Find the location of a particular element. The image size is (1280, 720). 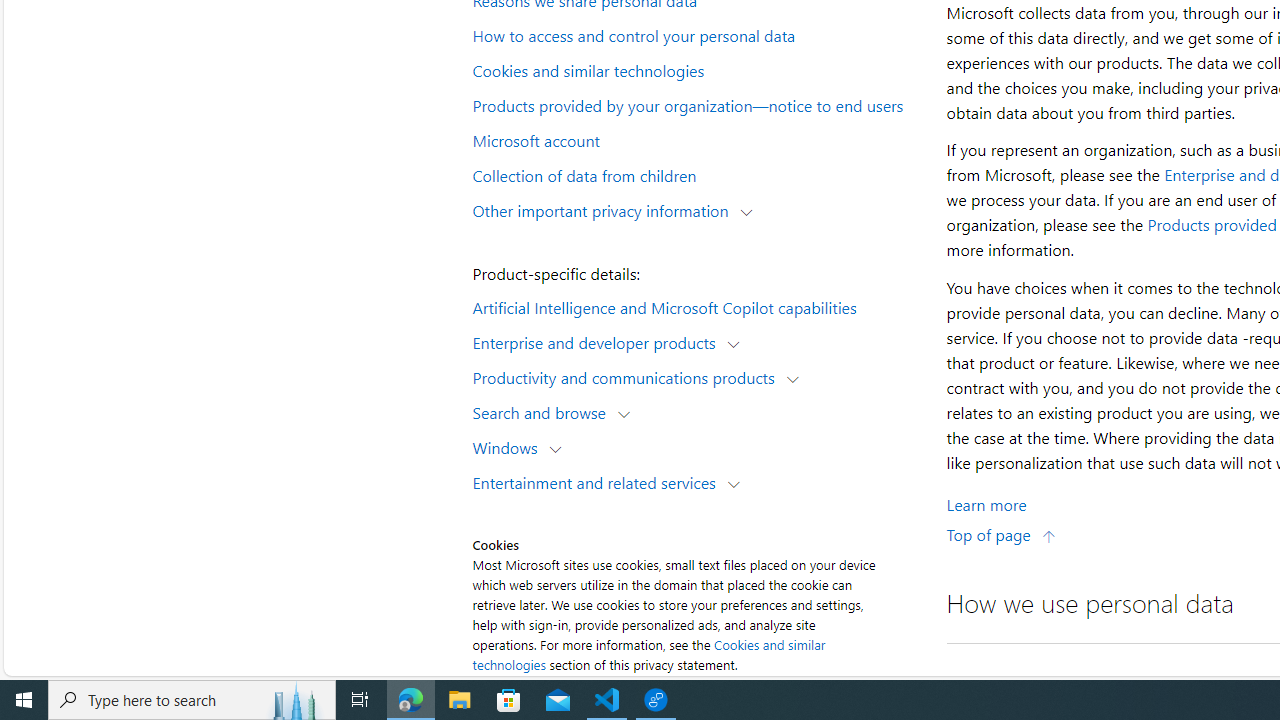

'Productivity and communications products' is located at coordinates (627, 376).